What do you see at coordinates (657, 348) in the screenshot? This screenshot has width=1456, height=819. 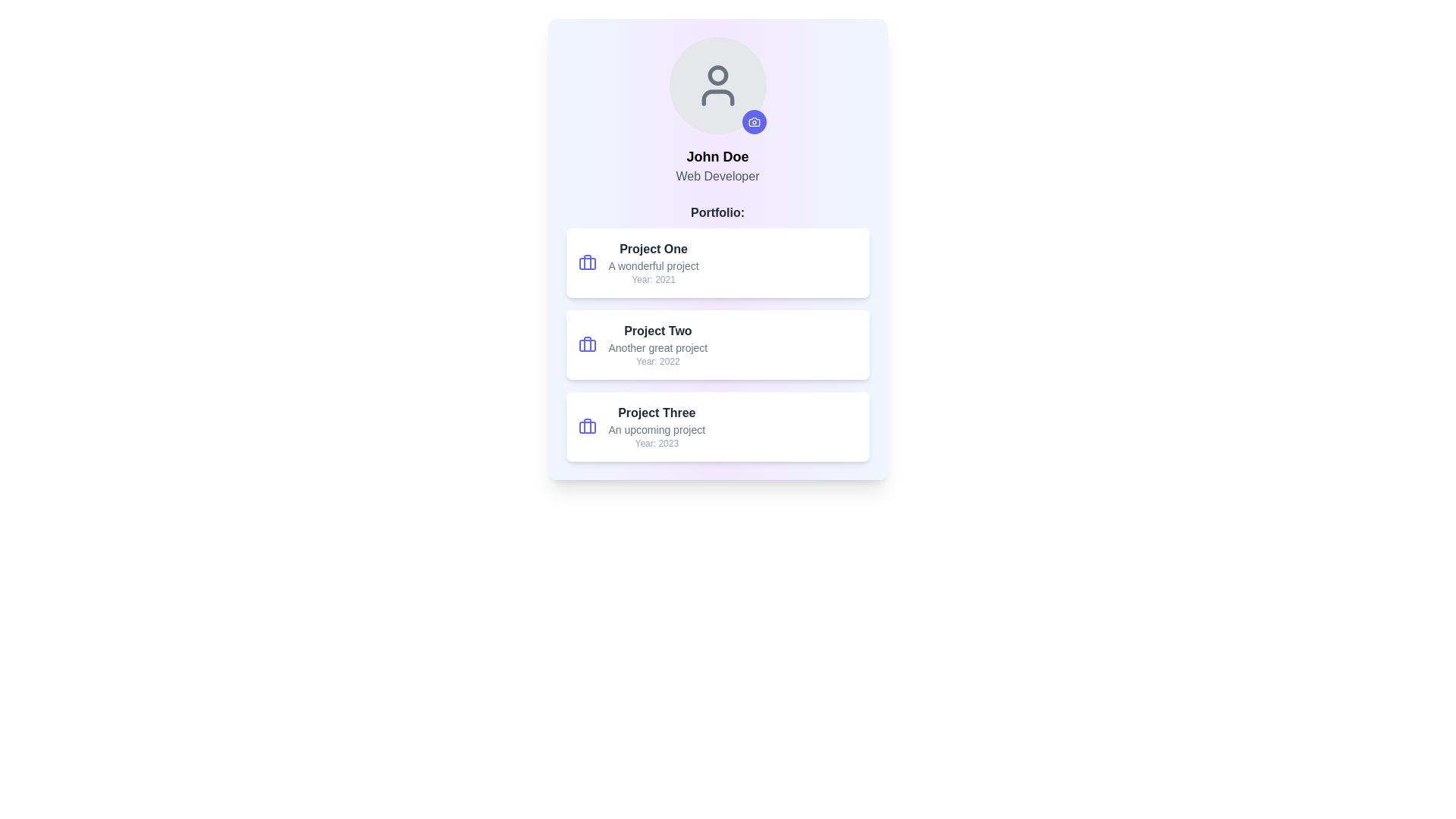 I see `the descriptive subtitle text label for 'Project Two', which is positioned below the title and above the 'Year: 2022' text within the second project card` at bounding box center [657, 348].